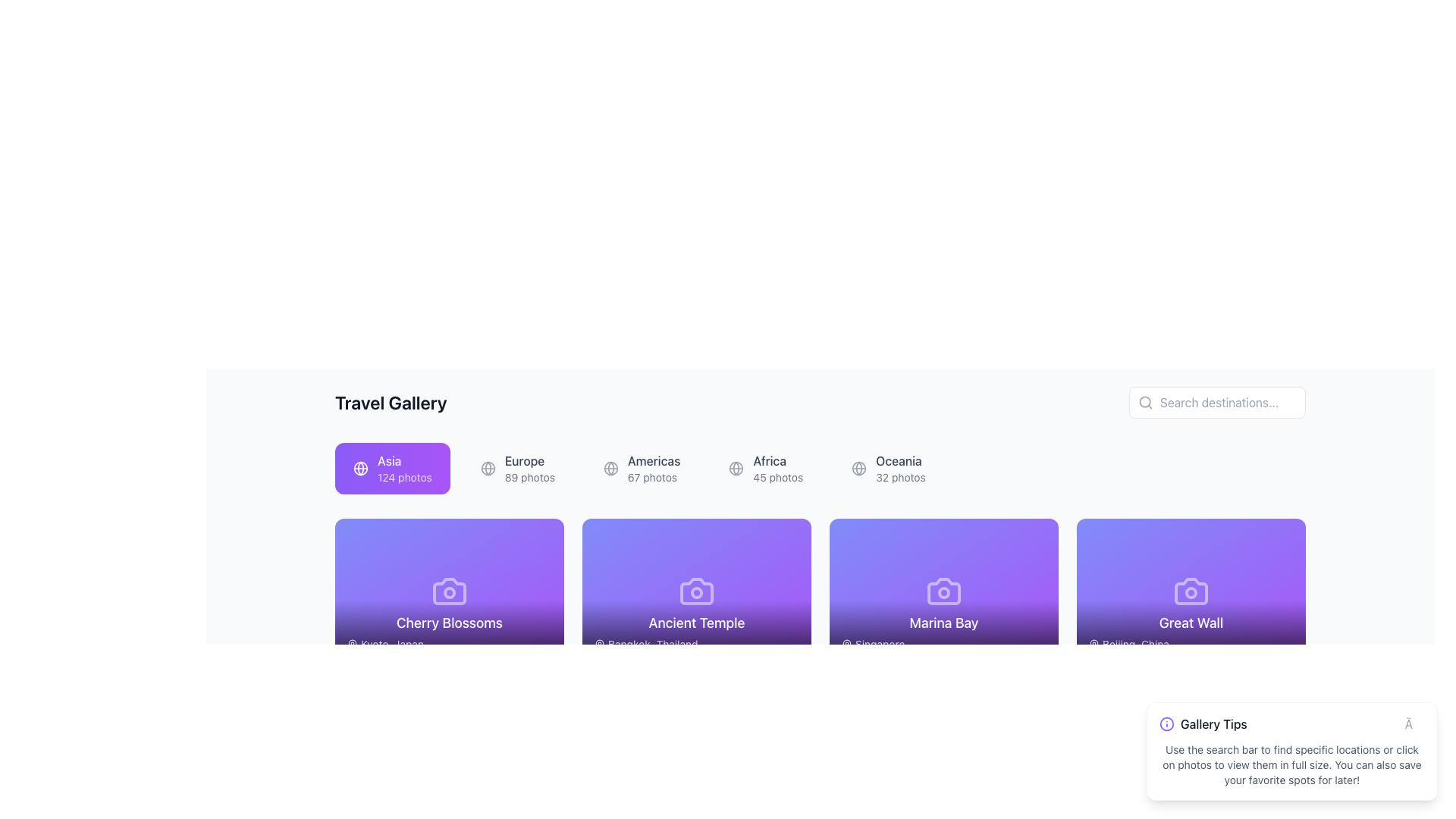  Describe the element at coordinates (1248, 708) in the screenshot. I see `the circular share button with a semi-transparent white background located in the top-right corner of the 'Gallery Tips' informational box to initiate sharing` at that location.